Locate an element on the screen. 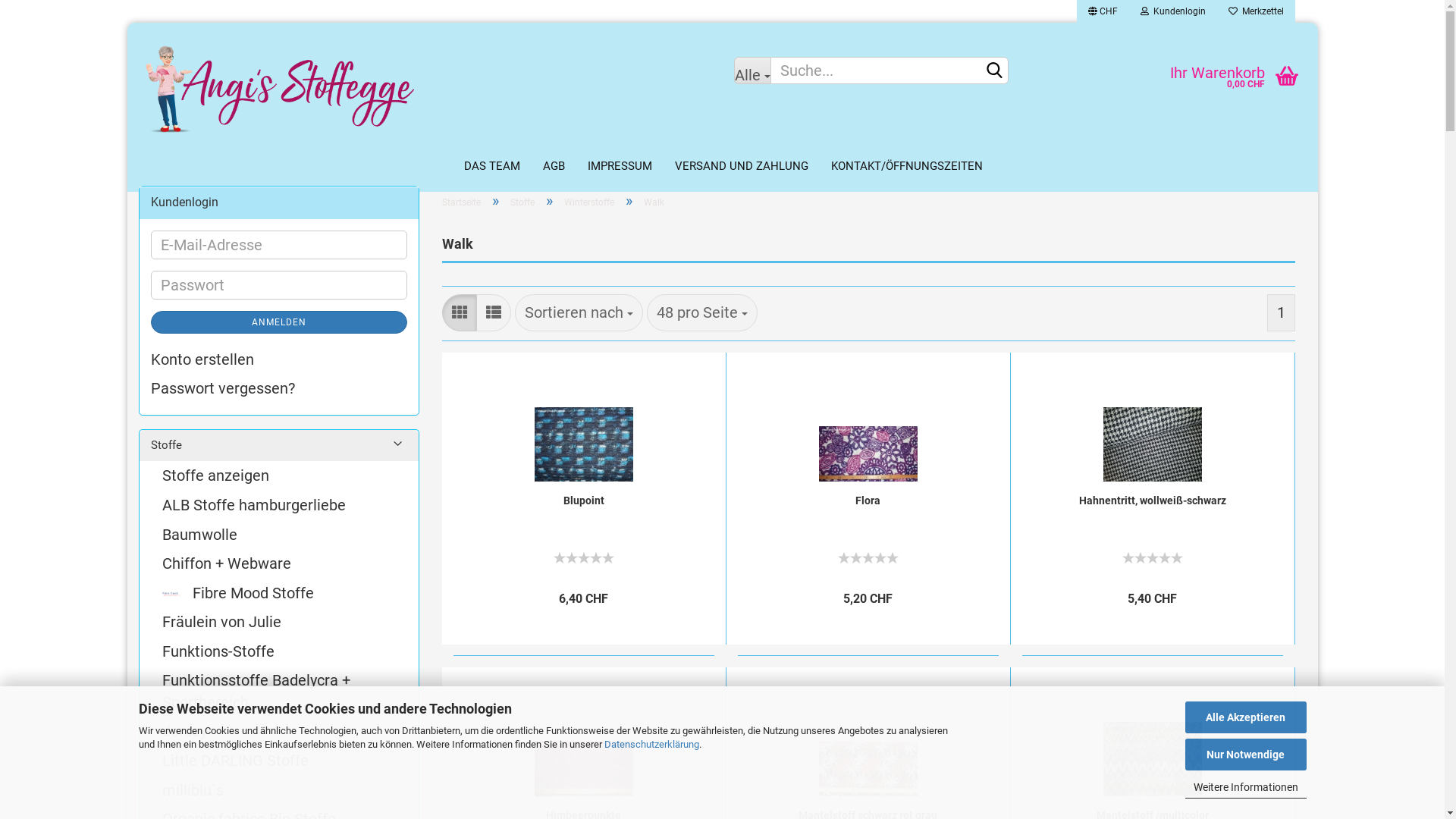 This screenshot has width=1456, height=819. 'Konto erstellen' is located at coordinates (278, 359).